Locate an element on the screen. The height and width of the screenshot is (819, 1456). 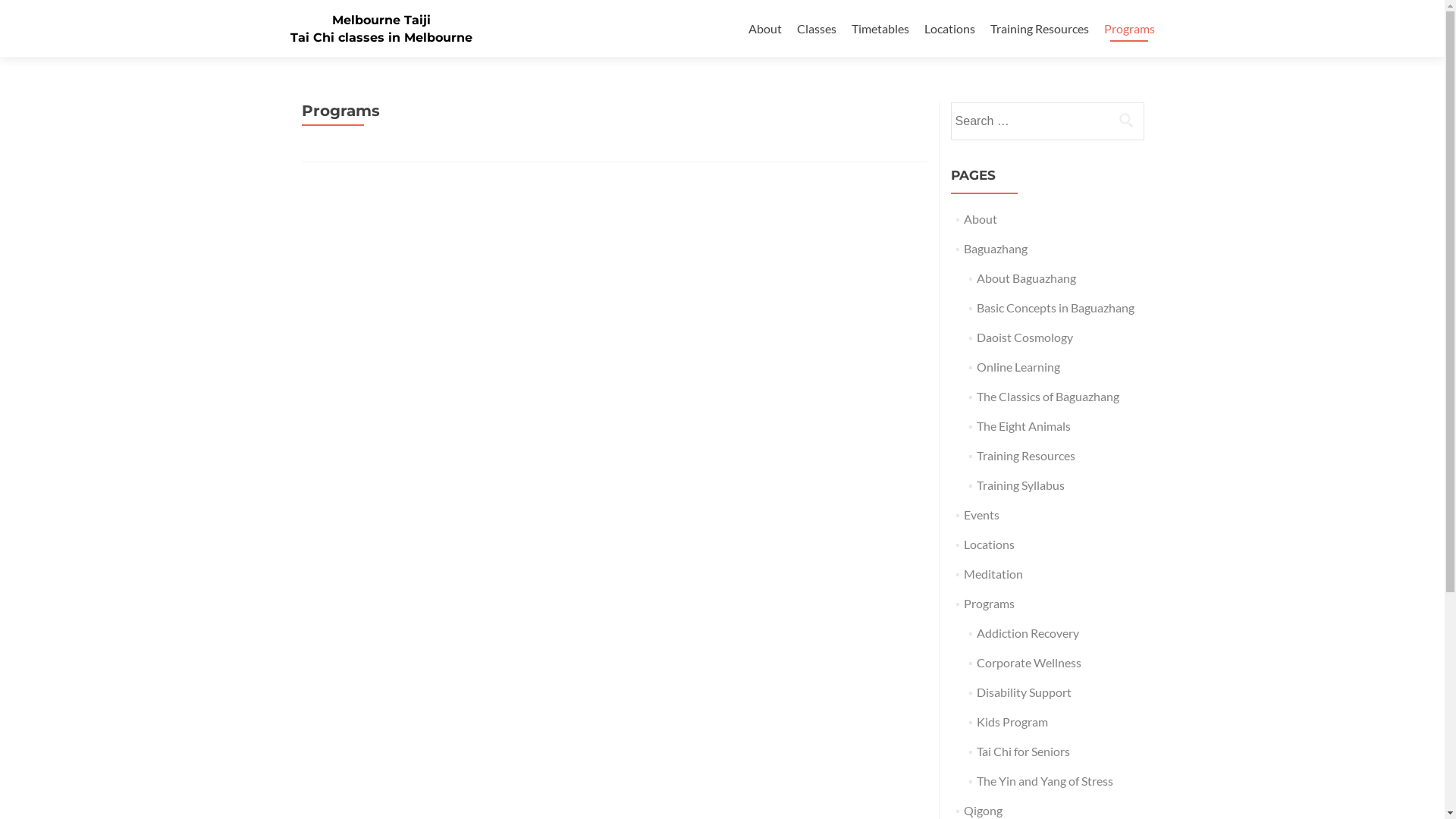
'Disability Support' is located at coordinates (976, 692).